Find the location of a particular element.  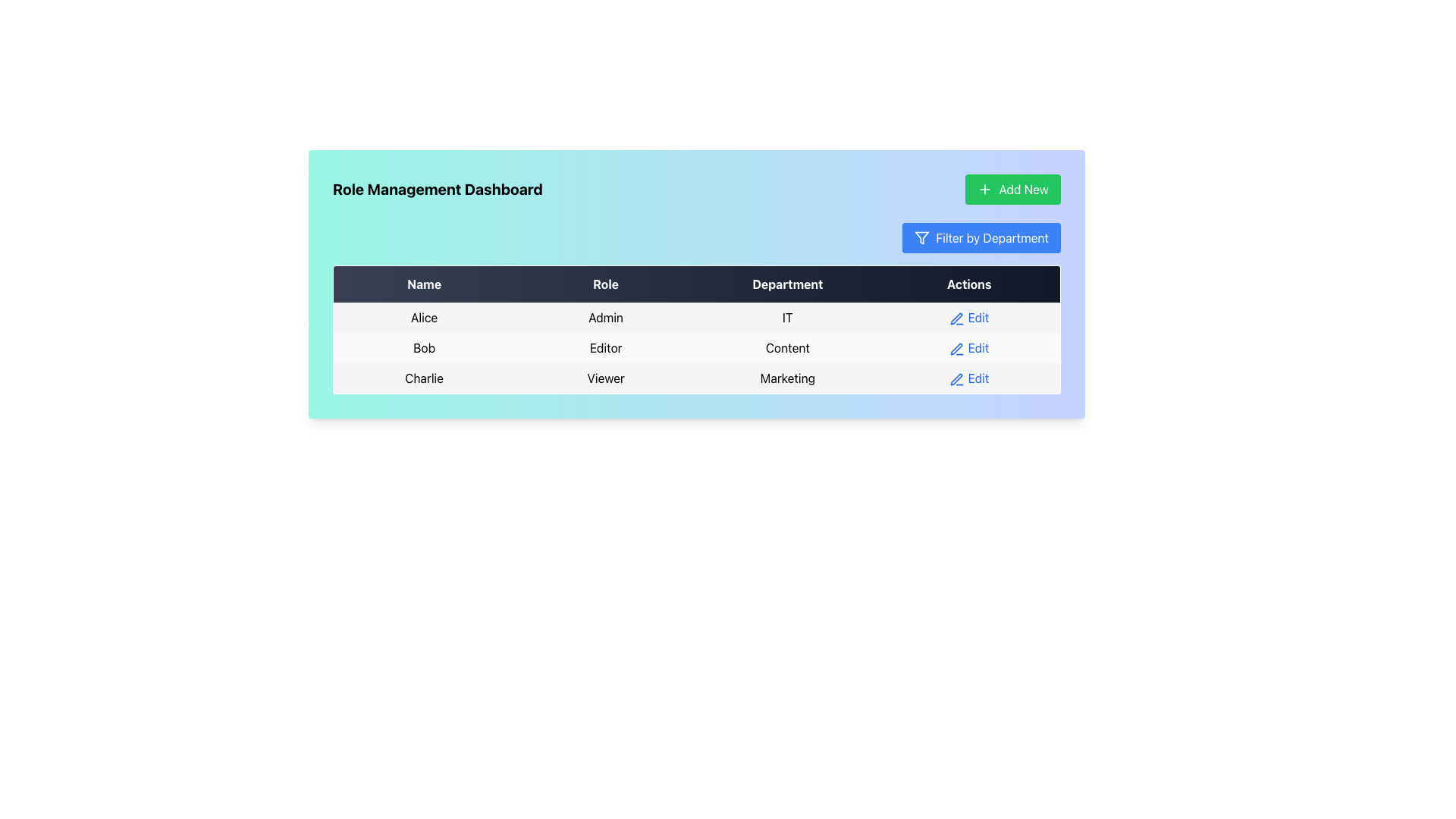

the link with an associated SVG icon located in the last row of the 'Actions' column in the 'Role Management Dashboard' is located at coordinates (968, 378).